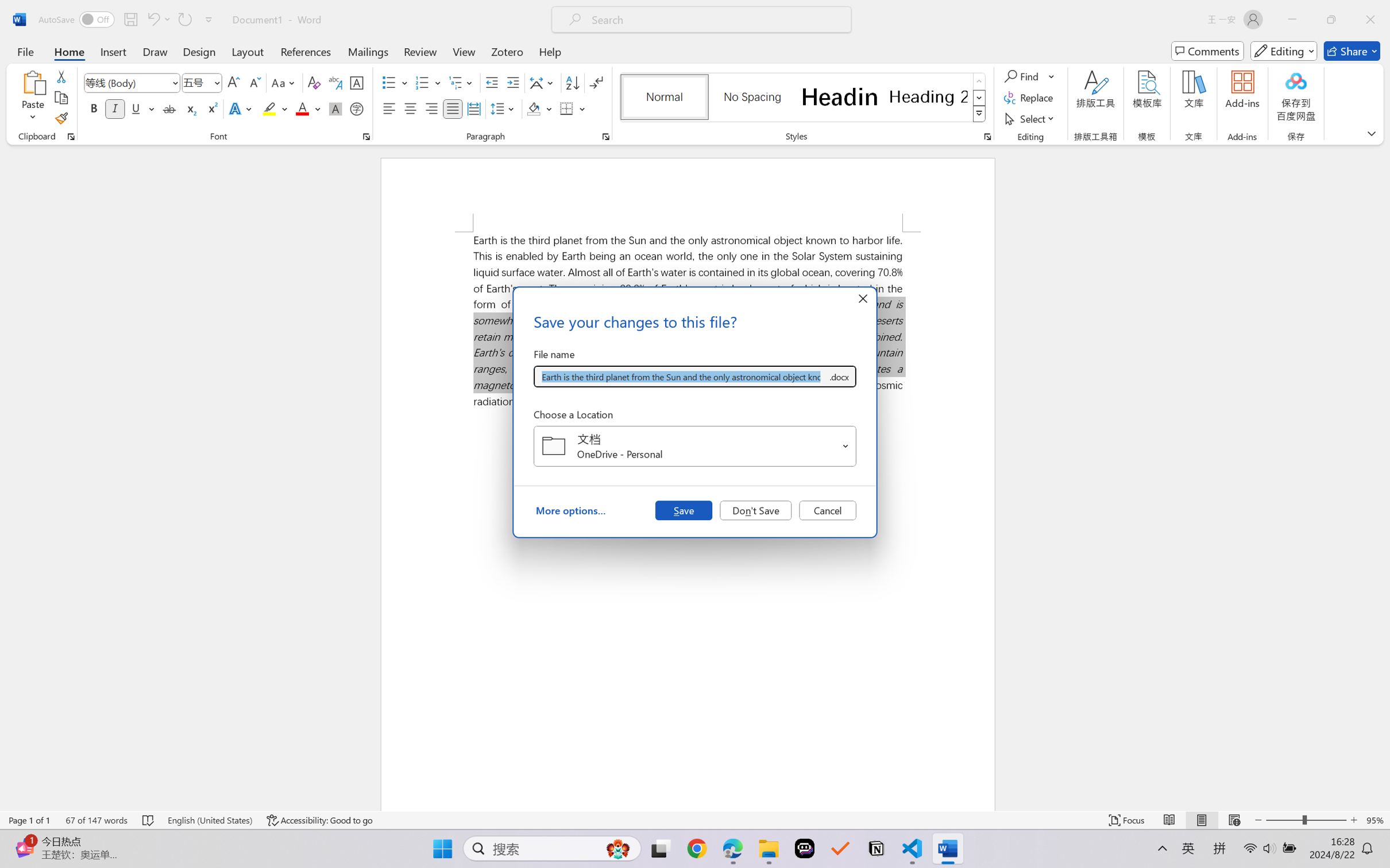 The image size is (1390, 868). What do you see at coordinates (462, 83) in the screenshot?
I see `'Multilevel List'` at bounding box center [462, 83].